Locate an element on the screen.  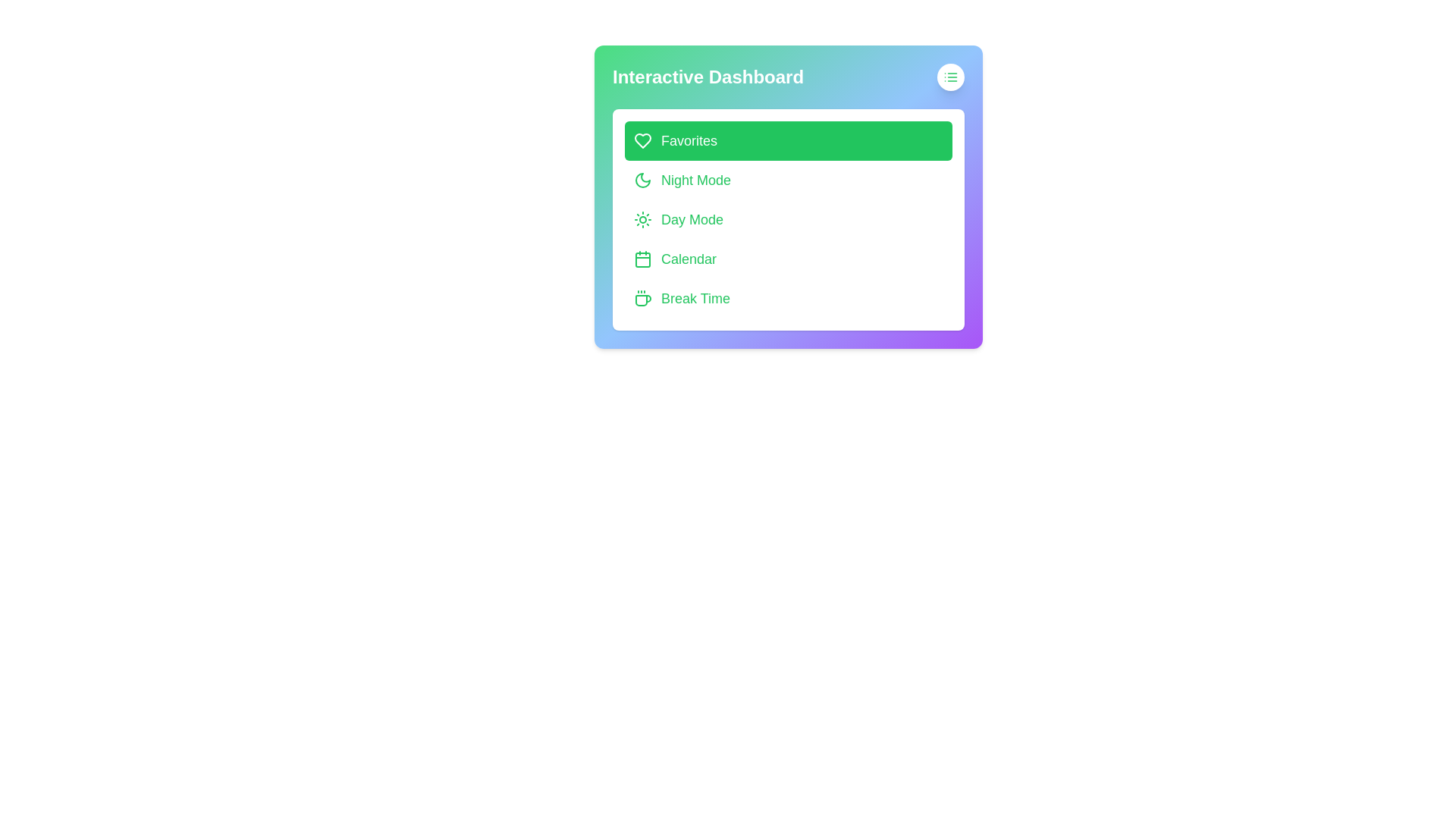
the menu item Favorites to observe its hover effect is located at coordinates (789, 140).